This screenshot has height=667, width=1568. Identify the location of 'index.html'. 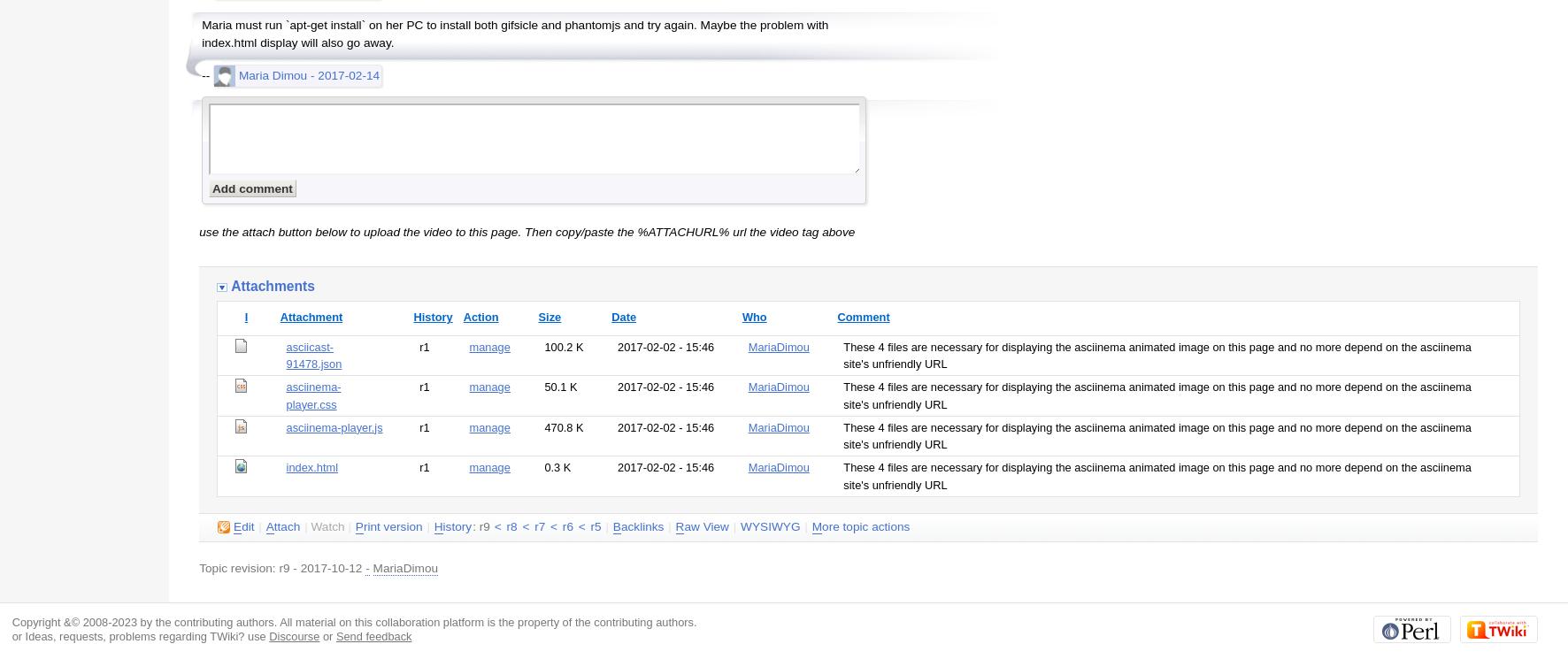
(311, 467).